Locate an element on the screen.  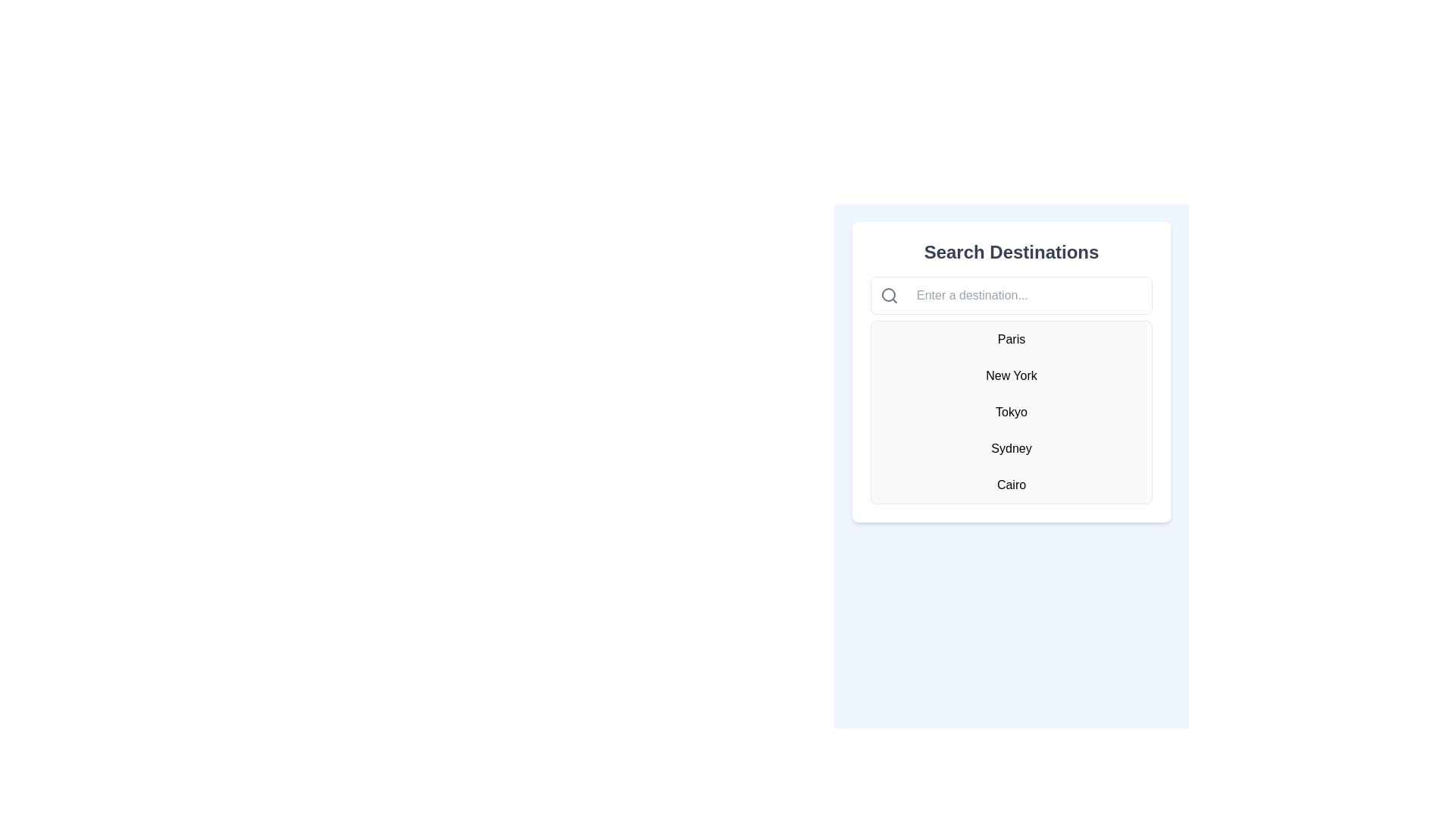
the text item displaying 'New York' located under 'Search Destinations' is located at coordinates (1012, 372).